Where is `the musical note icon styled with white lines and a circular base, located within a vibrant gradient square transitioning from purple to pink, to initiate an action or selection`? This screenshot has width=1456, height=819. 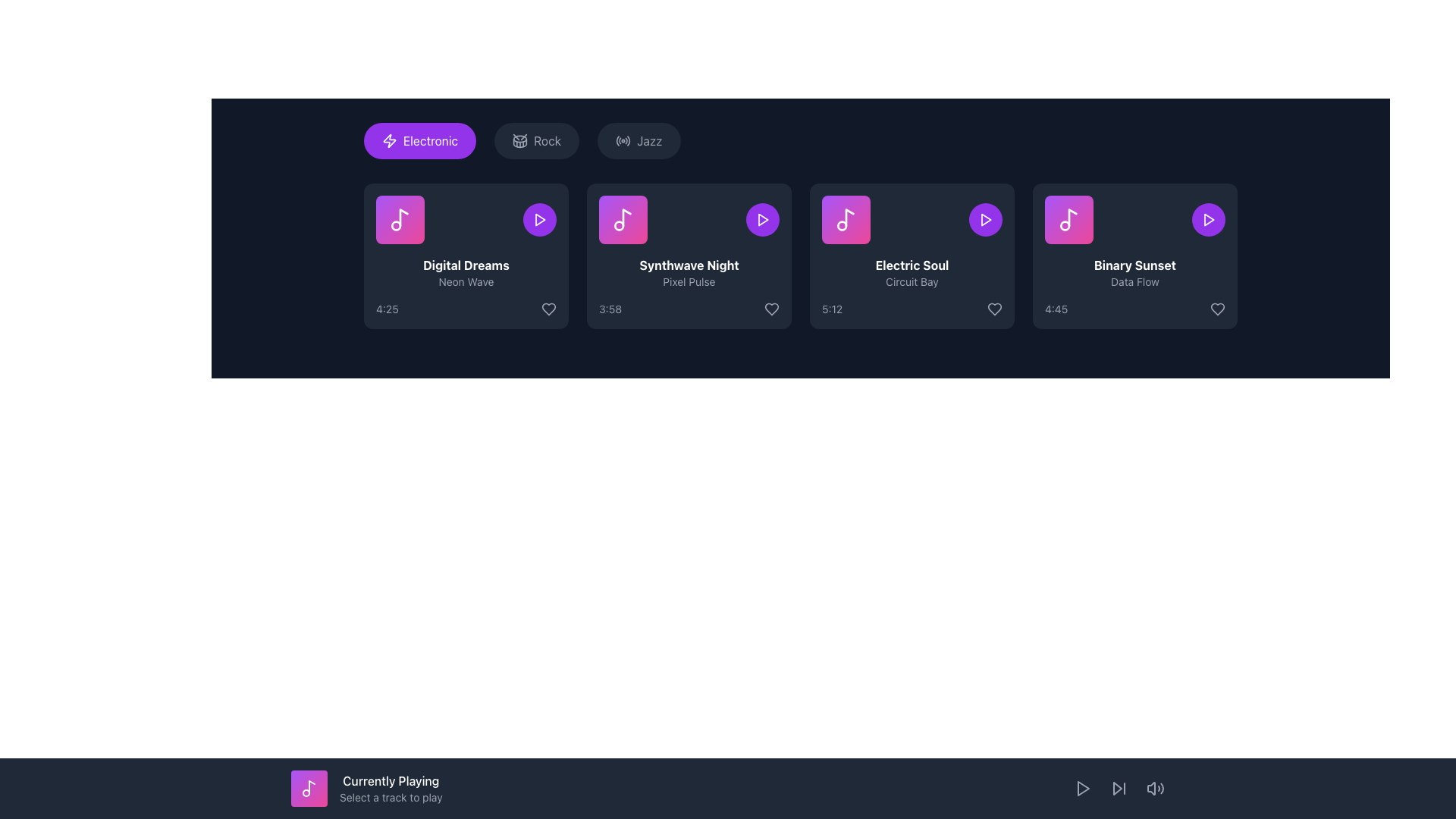
the musical note icon styled with white lines and a circular base, located within a vibrant gradient square transitioning from purple to pink, to initiate an action or selection is located at coordinates (400, 219).